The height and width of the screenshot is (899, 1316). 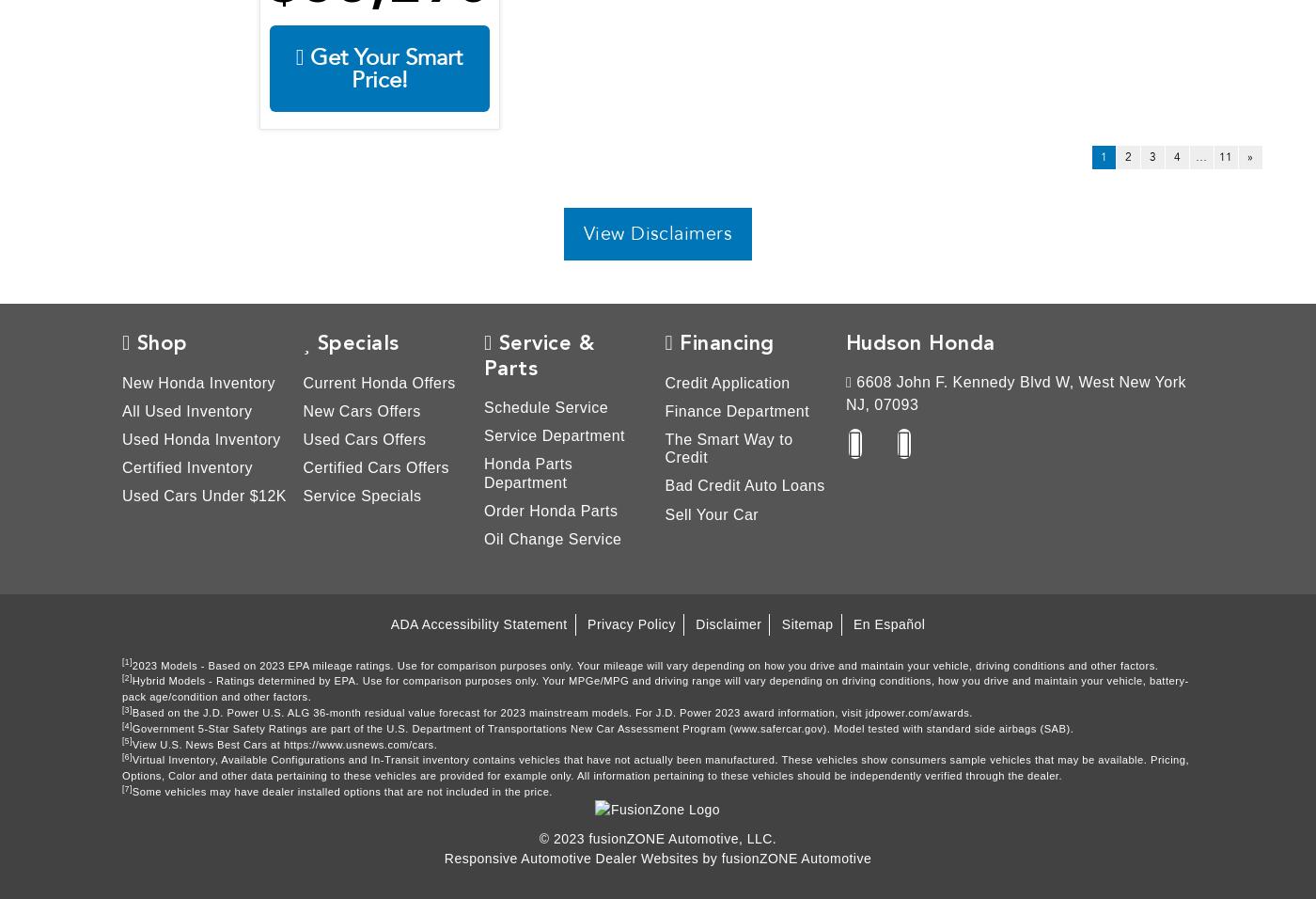 I want to click on 'Credit Application', so click(x=727, y=382).